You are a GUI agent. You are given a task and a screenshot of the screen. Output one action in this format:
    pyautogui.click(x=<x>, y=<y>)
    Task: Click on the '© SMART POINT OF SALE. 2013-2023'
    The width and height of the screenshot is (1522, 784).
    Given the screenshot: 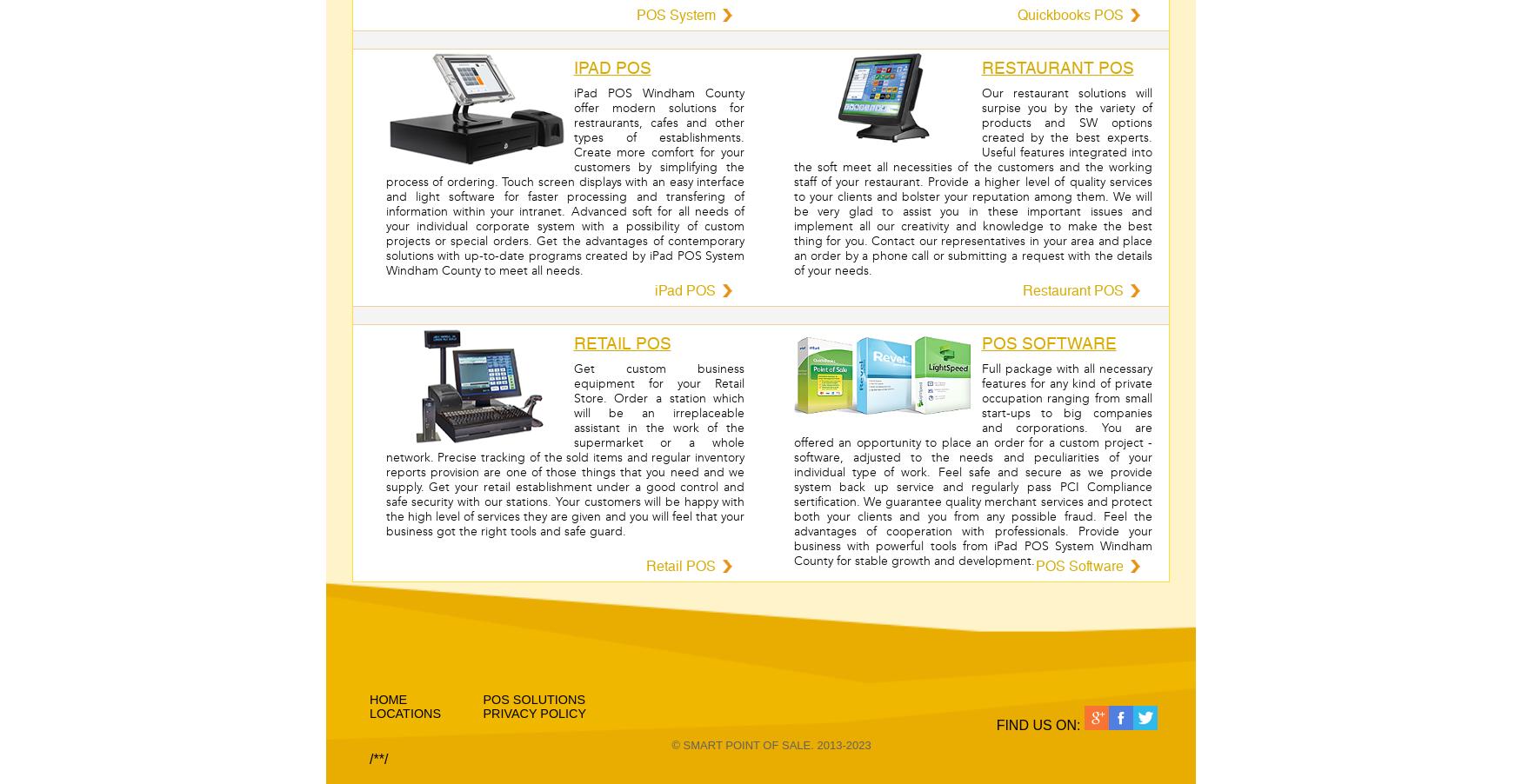 What is the action you would take?
    pyautogui.click(x=770, y=745)
    